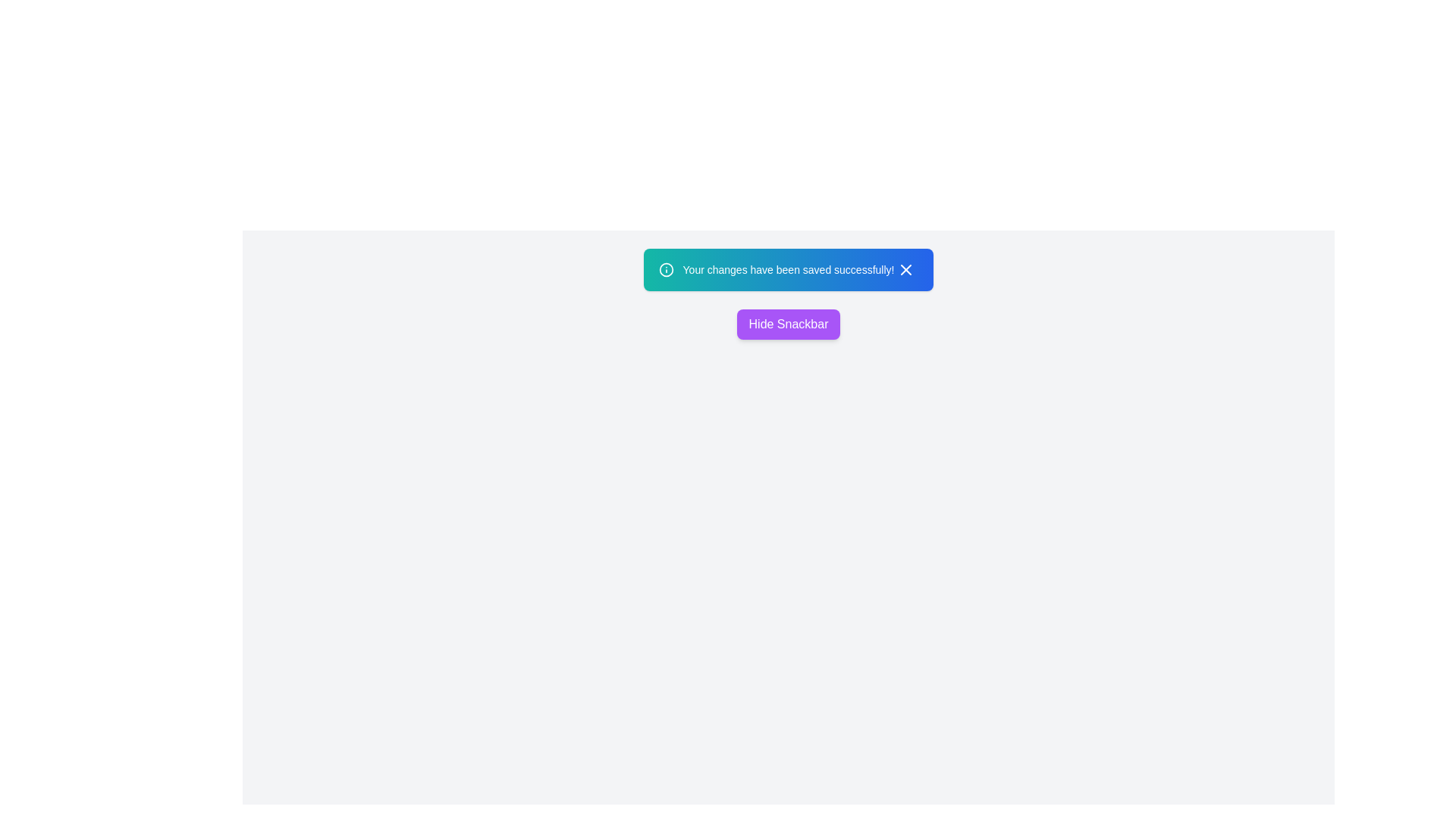  Describe the element at coordinates (789, 324) in the screenshot. I see `the 'Hide Snackbar' button to toggle the snackbar visibility` at that location.